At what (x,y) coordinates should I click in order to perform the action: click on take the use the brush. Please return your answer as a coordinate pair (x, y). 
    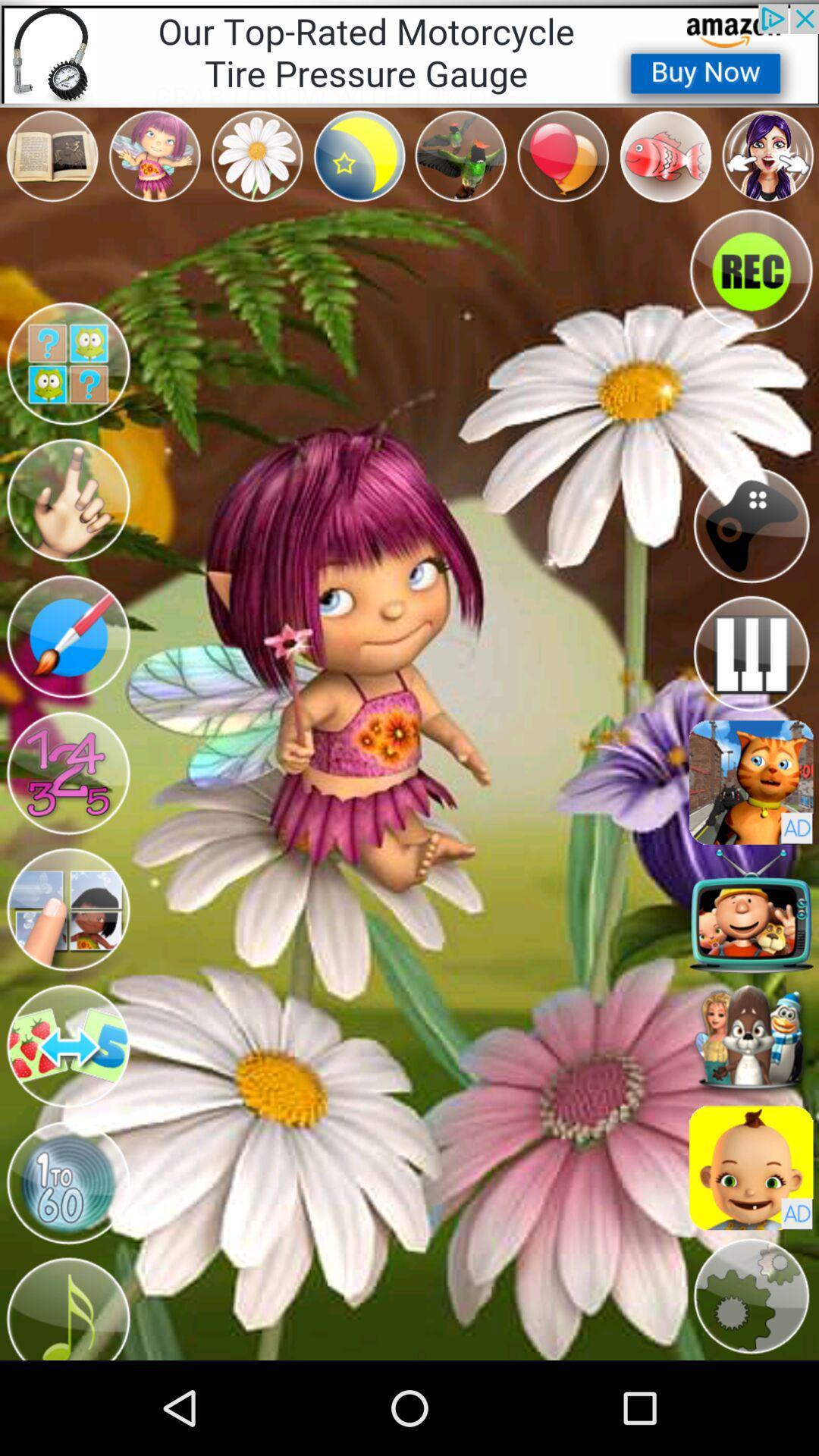
    Looking at the image, I should click on (67, 637).